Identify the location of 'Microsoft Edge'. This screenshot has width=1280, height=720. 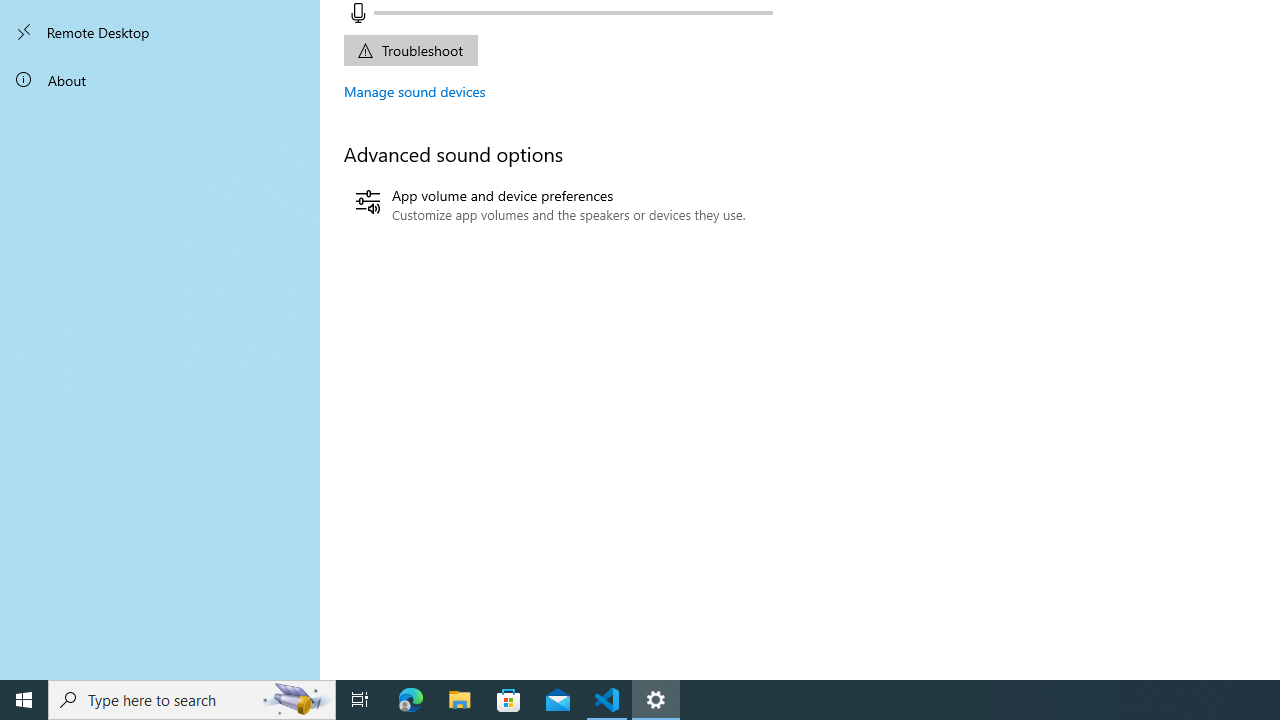
(410, 698).